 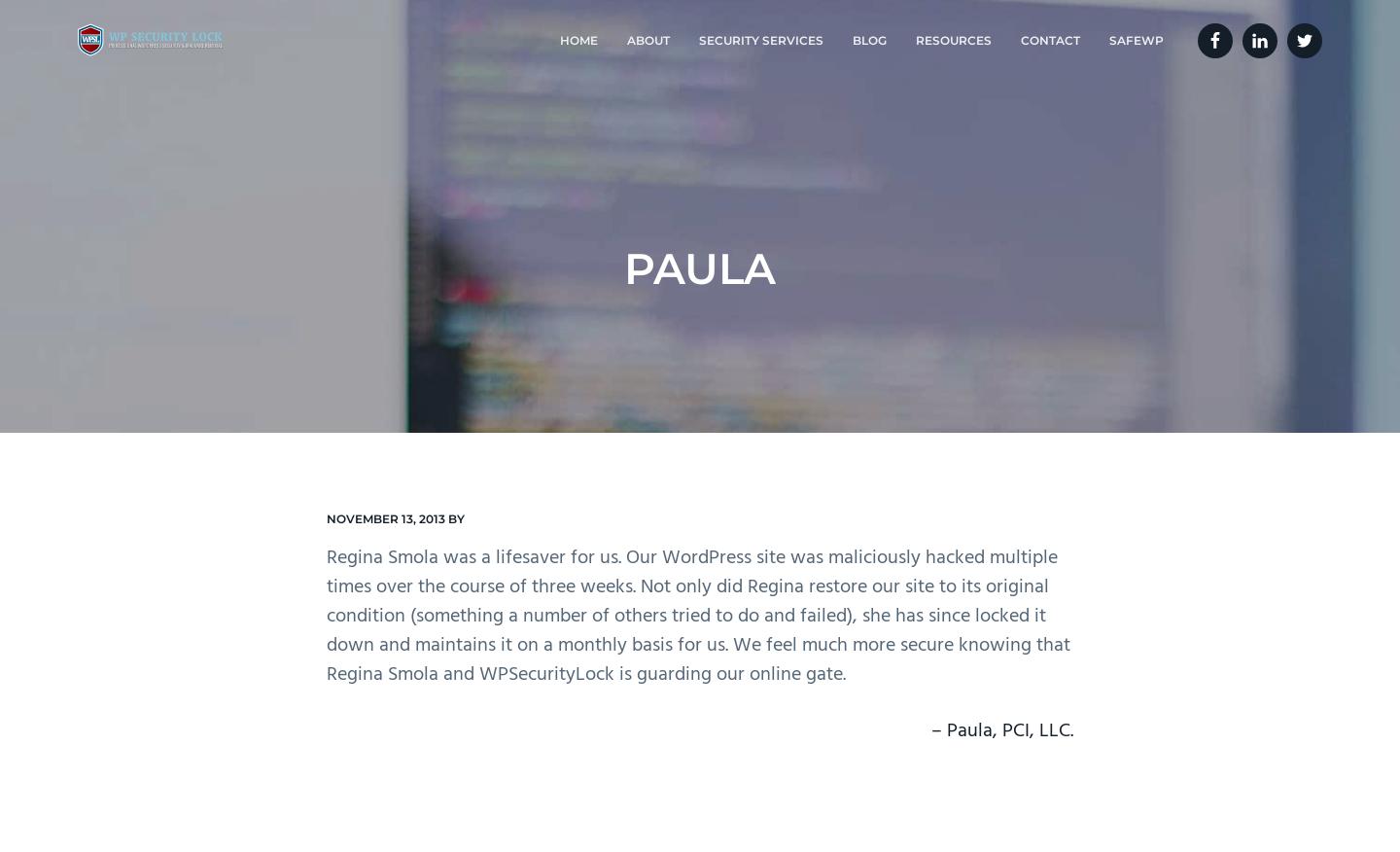 I want to click on 'SSL Conversion Service (HTTP to HTTPS)', so click(x=756, y=280).